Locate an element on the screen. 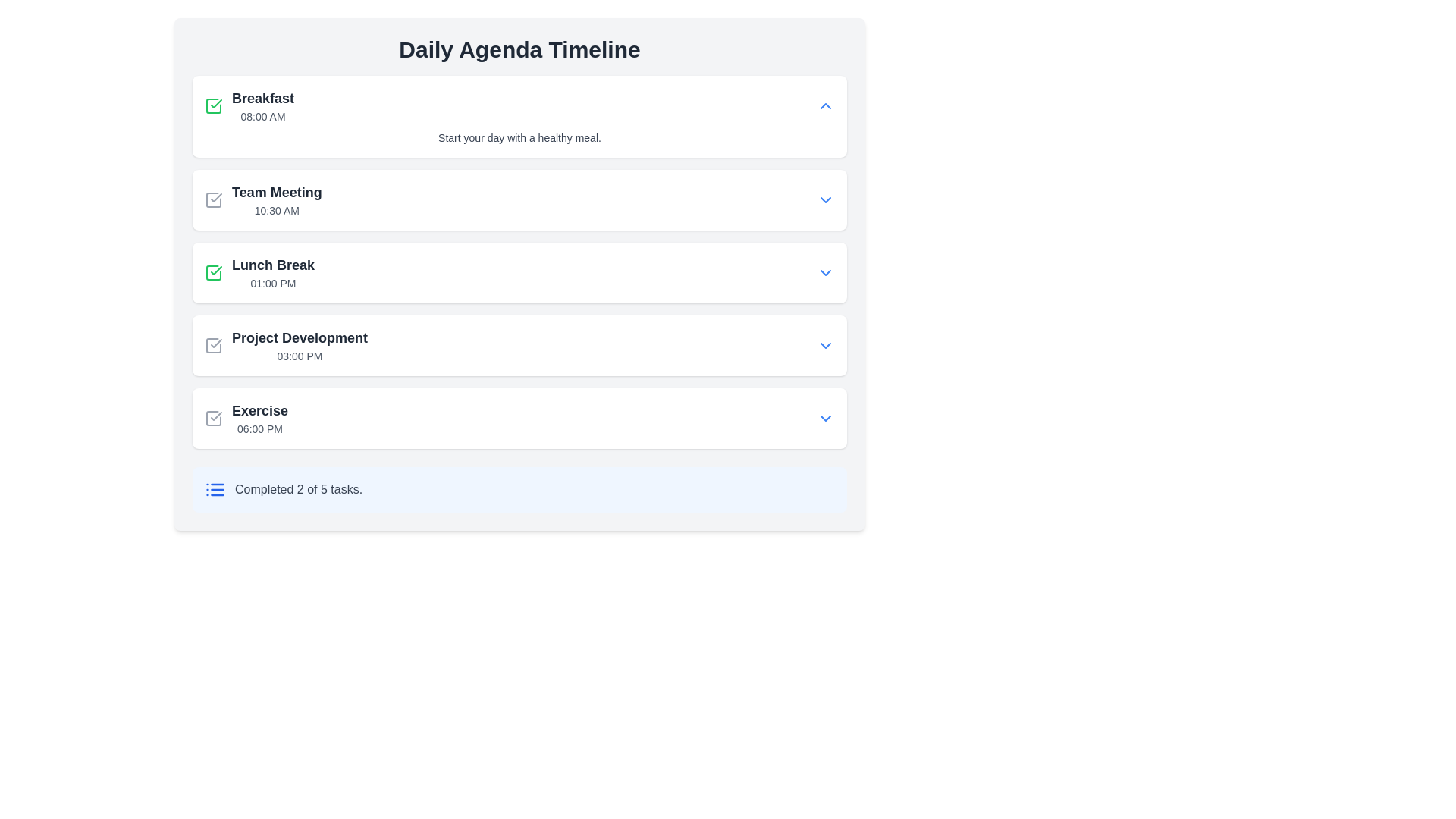 The height and width of the screenshot is (819, 1456). the task completion status icon located to the left of the 'Completed 2 of 5 tasks.' text in the blue-highlighted section is located at coordinates (214, 489).